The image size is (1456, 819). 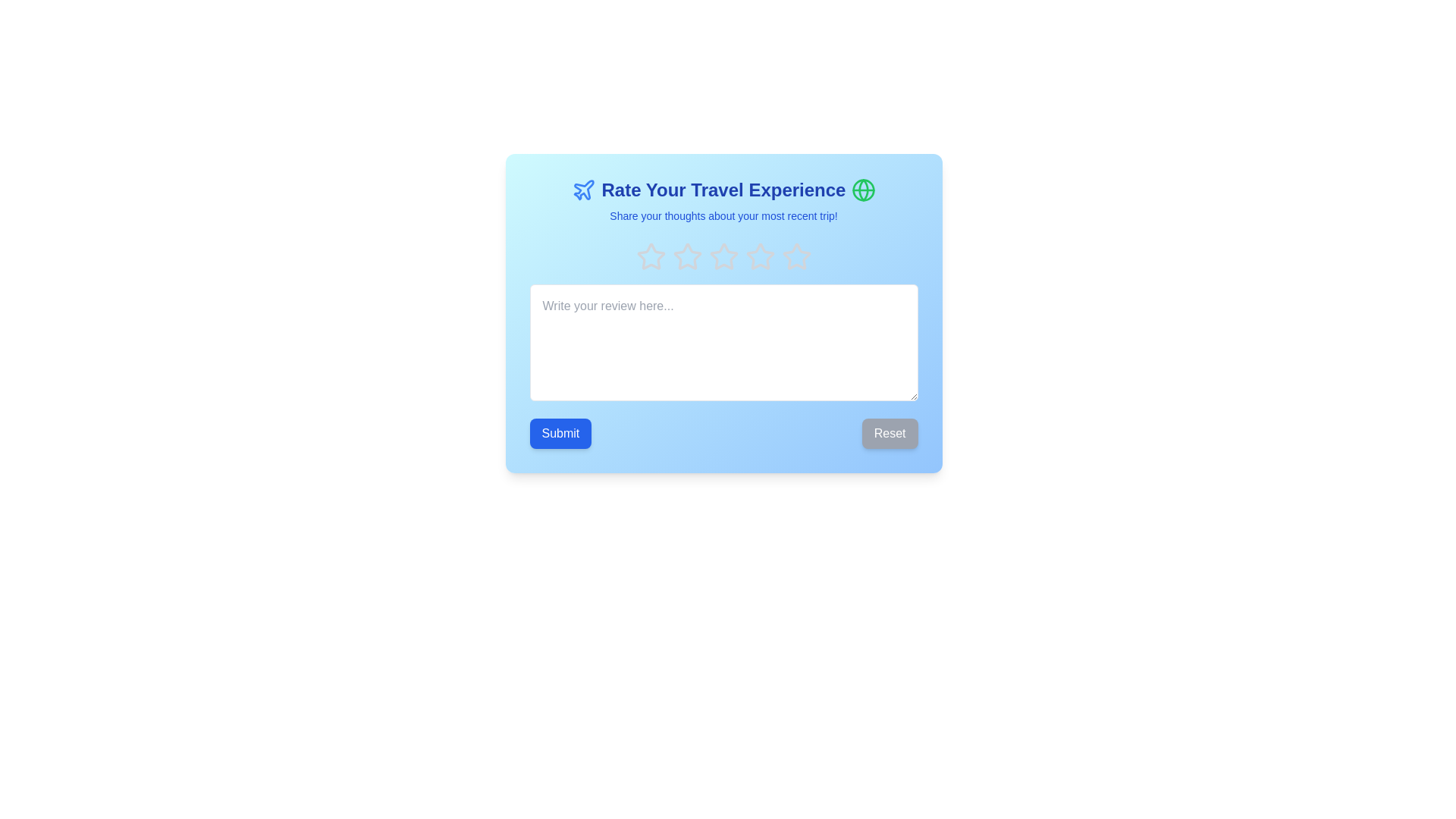 What do you see at coordinates (723, 256) in the screenshot?
I see `the individual star in the A rating system positioned at the top-center of the card, directly below the 'Rate Your Travel Experience' heading` at bounding box center [723, 256].